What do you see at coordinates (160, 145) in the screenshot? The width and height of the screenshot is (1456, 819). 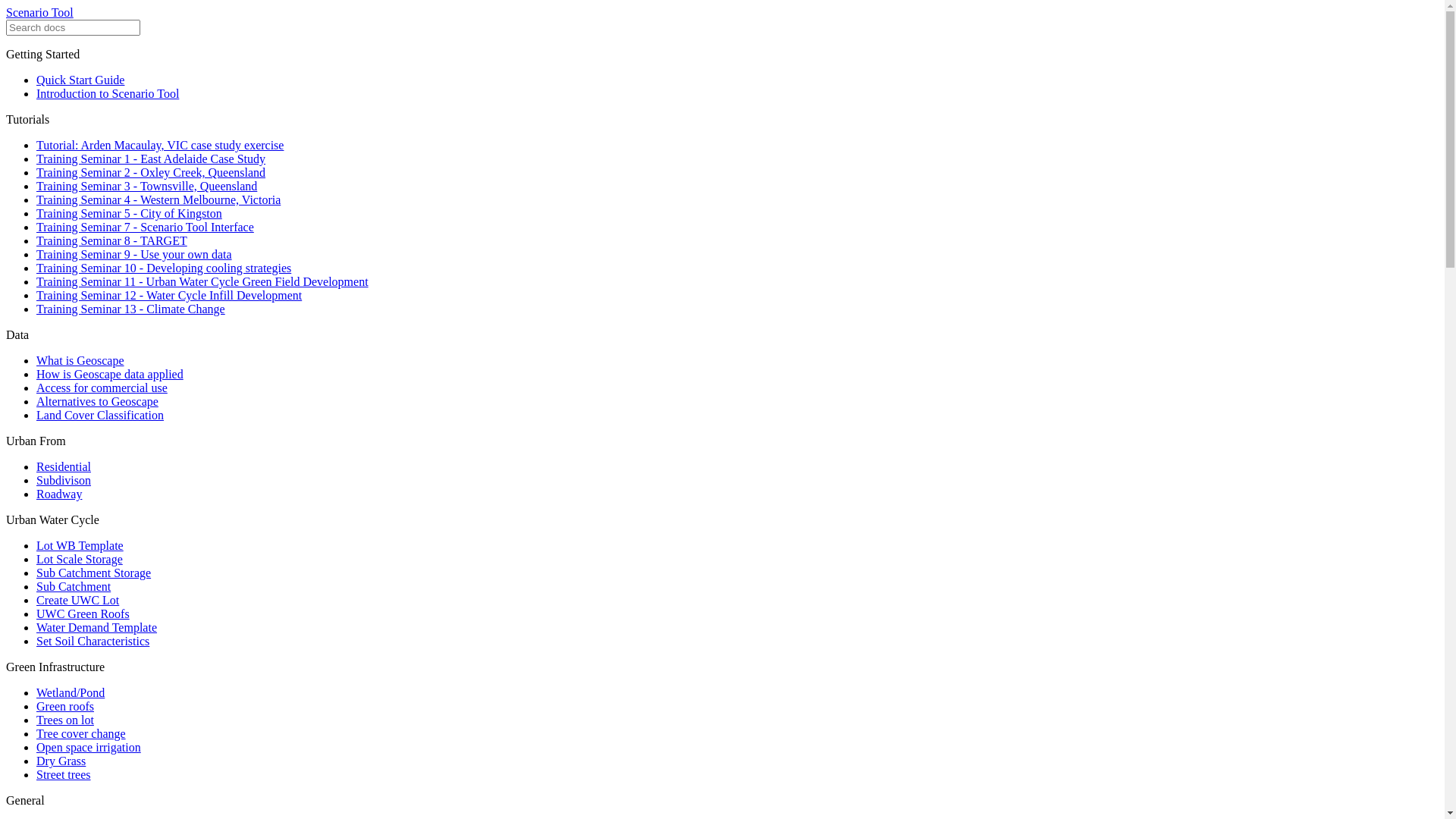 I see `'Tutorial: Arden Macaulay, VIC case study exercise'` at bounding box center [160, 145].